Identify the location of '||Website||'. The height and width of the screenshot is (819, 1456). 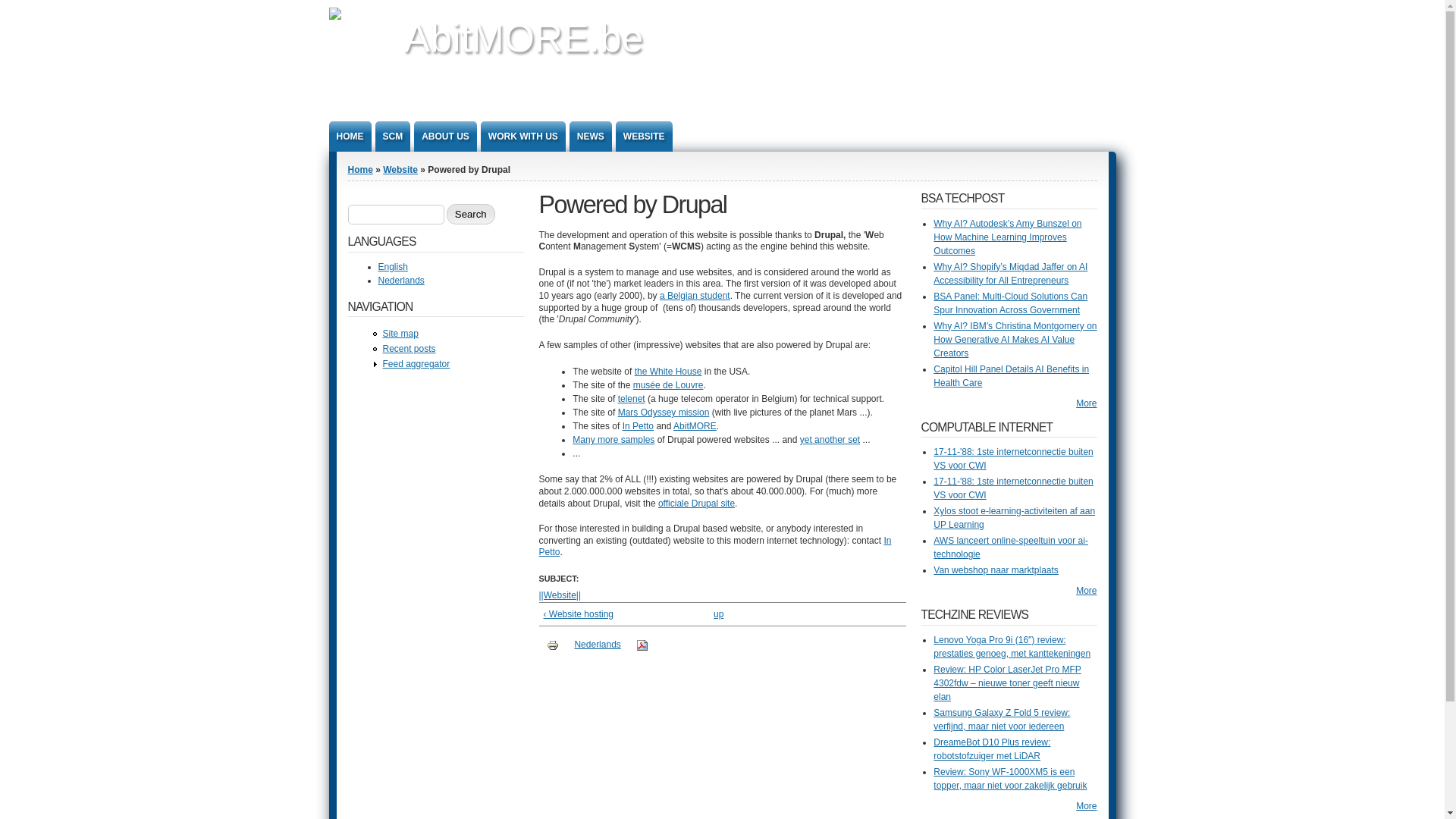
(559, 595).